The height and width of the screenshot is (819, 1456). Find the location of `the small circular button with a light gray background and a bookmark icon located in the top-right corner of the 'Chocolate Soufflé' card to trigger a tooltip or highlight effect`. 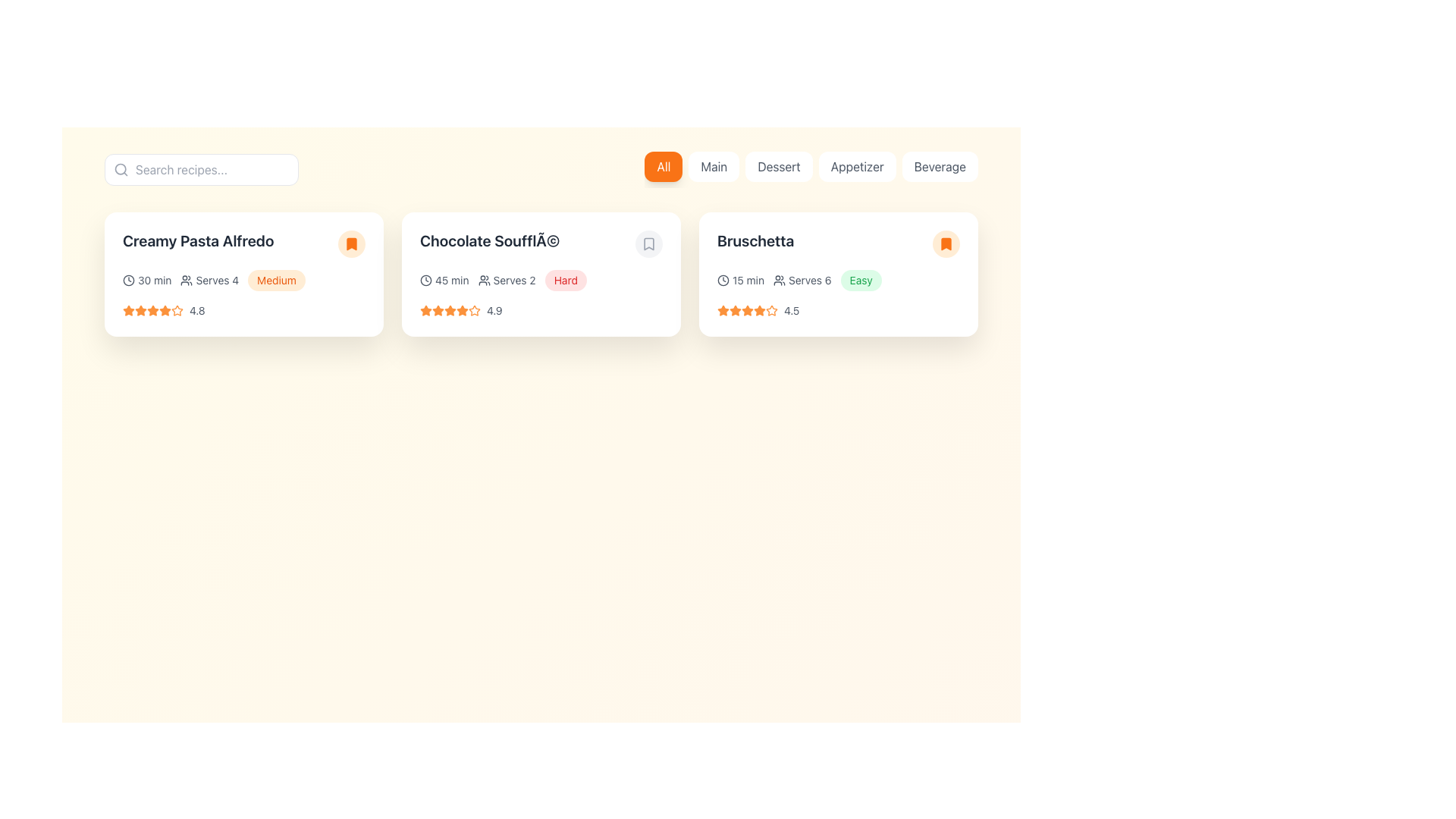

the small circular button with a light gray background and a bookmark icon located in the top-right corner of the 'Chocolate Soufflé' card to trigger a tooltip or highlight effect is located at coordinates (648, 243).